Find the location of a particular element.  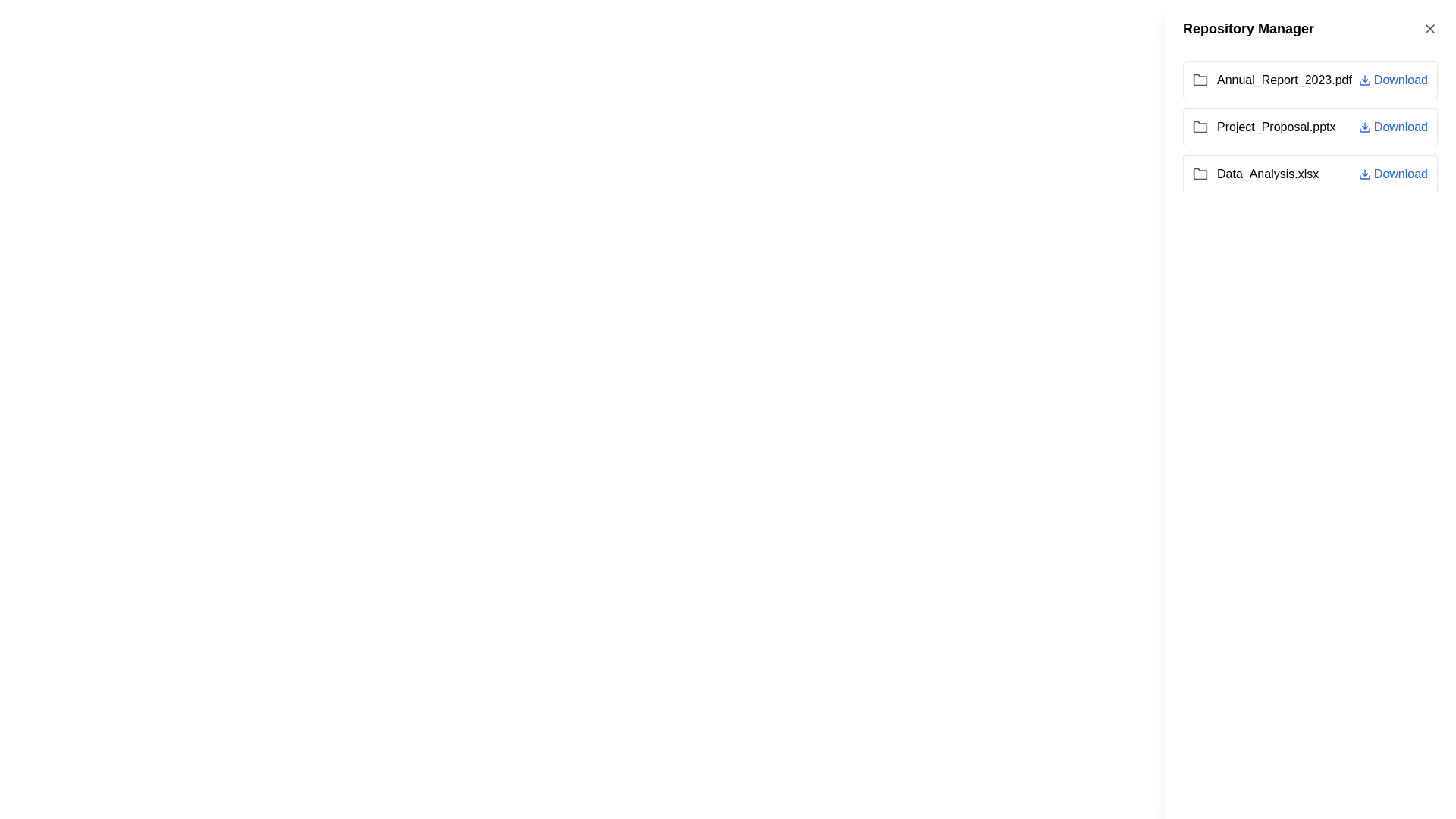

the file name display of 'Project_Proposal.pptx', which is the second item in the vertical file list of the 'Repository Manager' section, positioned between 'Annual_Report_2023.pdf' and 'Data_Analysis.xlsx' is located at coordinates (1264, 127).